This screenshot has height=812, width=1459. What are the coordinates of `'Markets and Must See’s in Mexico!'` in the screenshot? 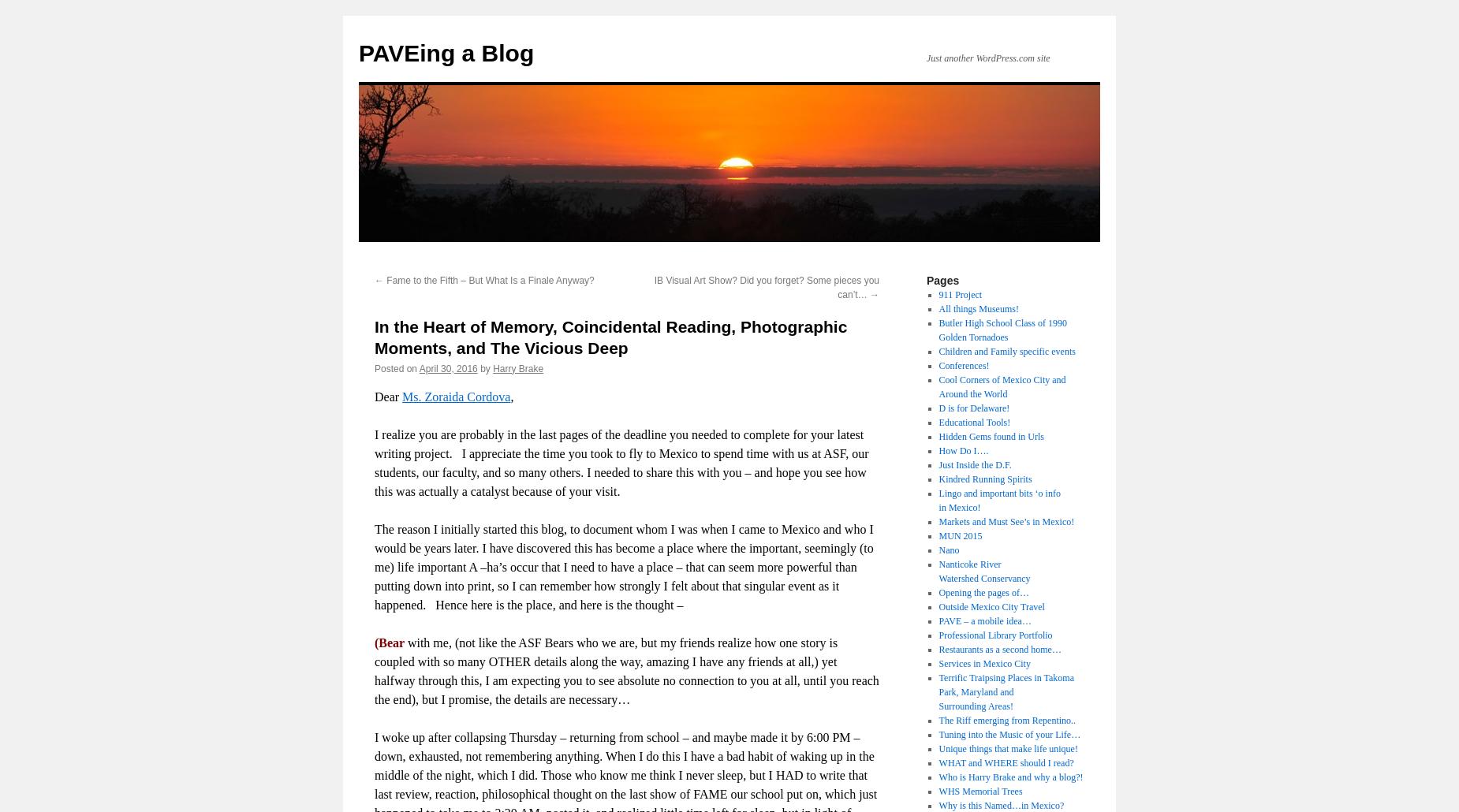 It's located at (1005, 520).